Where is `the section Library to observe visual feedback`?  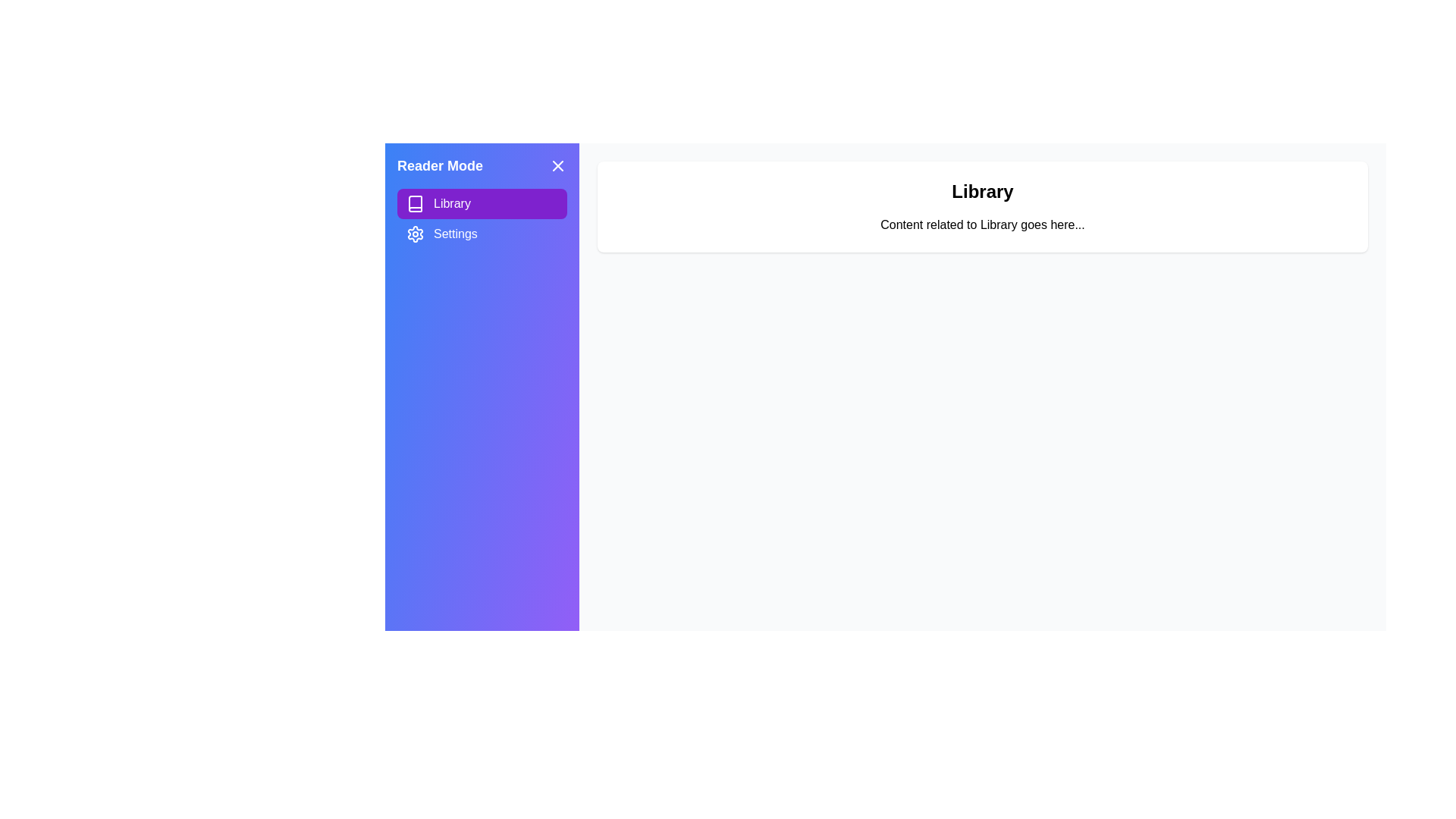 the section Library to observe visual feedback is located at coordinates (481, 203).